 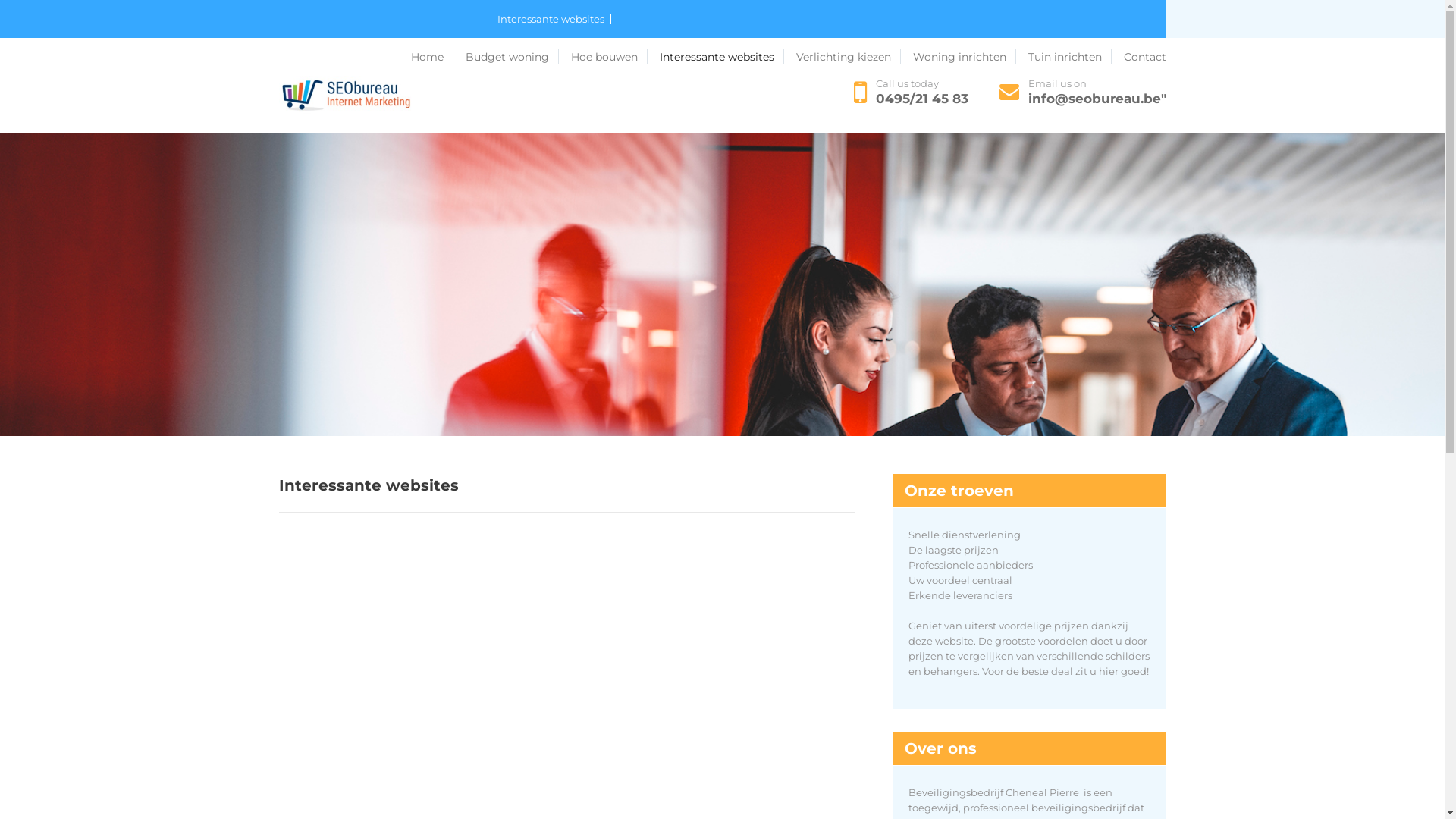 What do you see at coordinates (659, 55) in the screenshot?
I see `'Interessante websites'` at bounding box center [659, 55].